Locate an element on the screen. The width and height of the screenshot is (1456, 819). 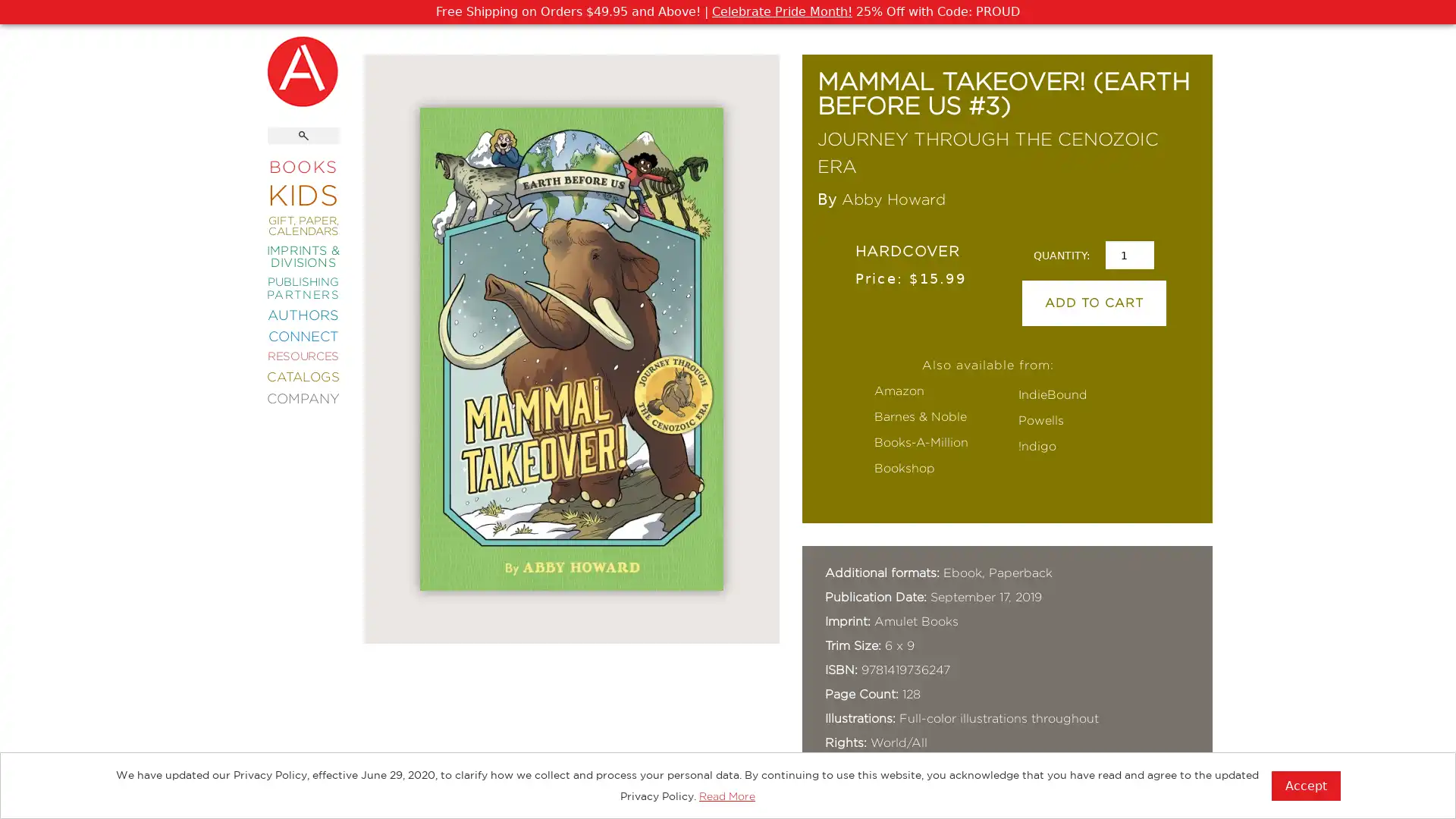
ADD TO CART is located at coordinates (1093, 303).